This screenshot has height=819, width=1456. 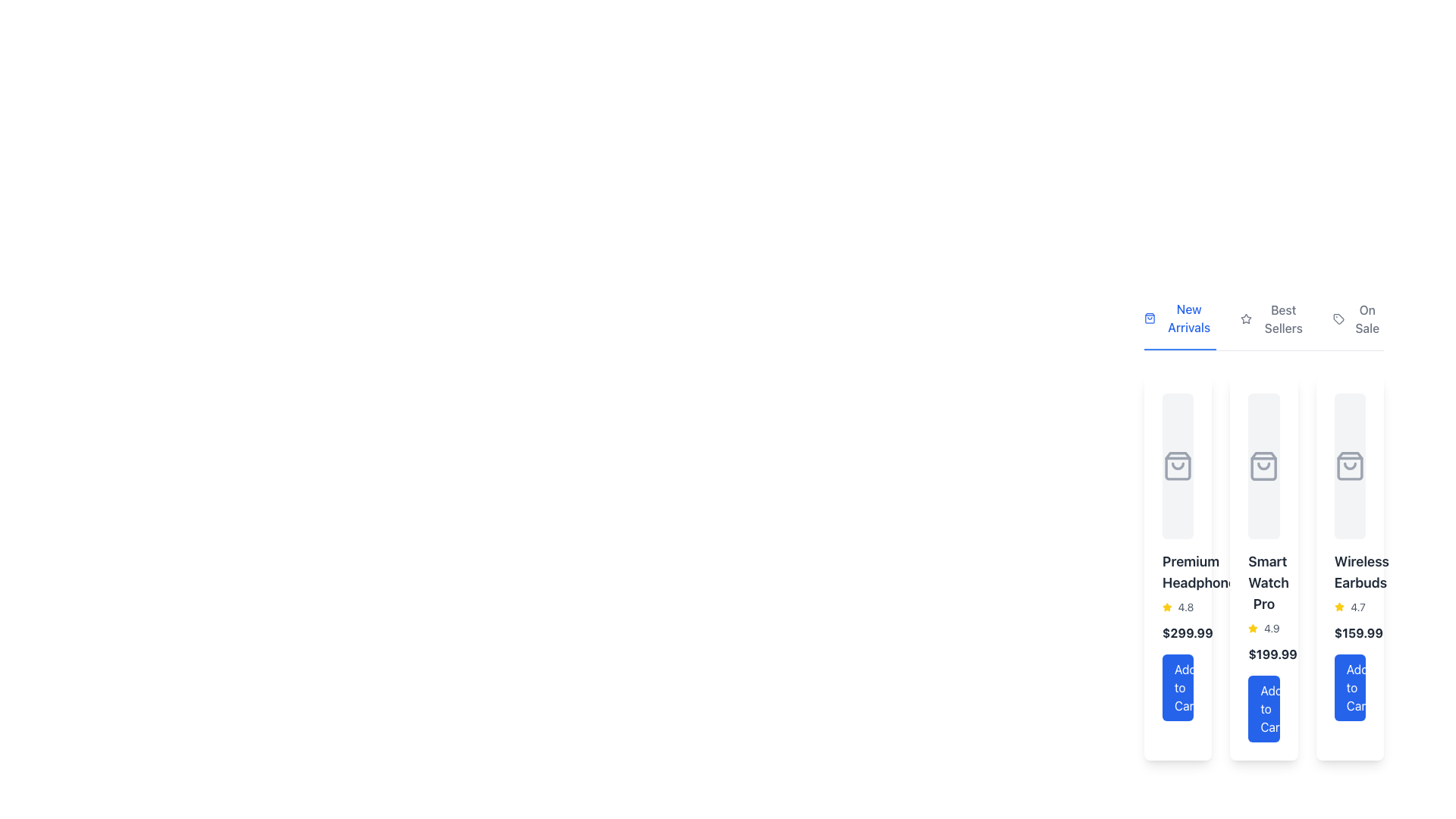 What do you see at coordinates (1357, 607) in the screenshot?
I see `text content of the user rating label located in the third product card, positioned to the right of the yellow star icon in the rating section` at bounding box center [1357, 607].